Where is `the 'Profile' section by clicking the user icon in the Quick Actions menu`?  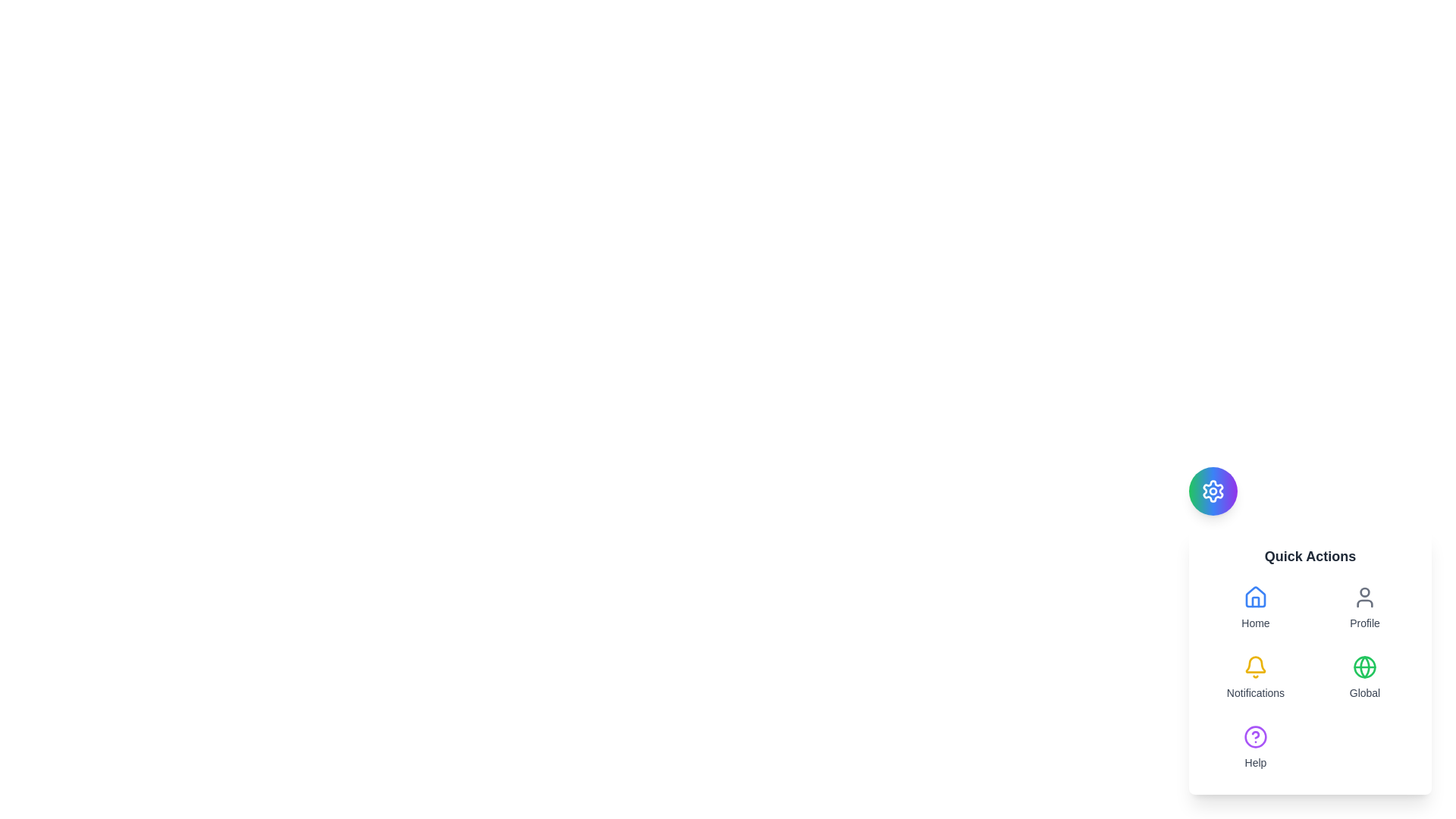
the 'Profile' section by clicking the user icon in the Quick Actions menu is located at coordinates (1365, 596).